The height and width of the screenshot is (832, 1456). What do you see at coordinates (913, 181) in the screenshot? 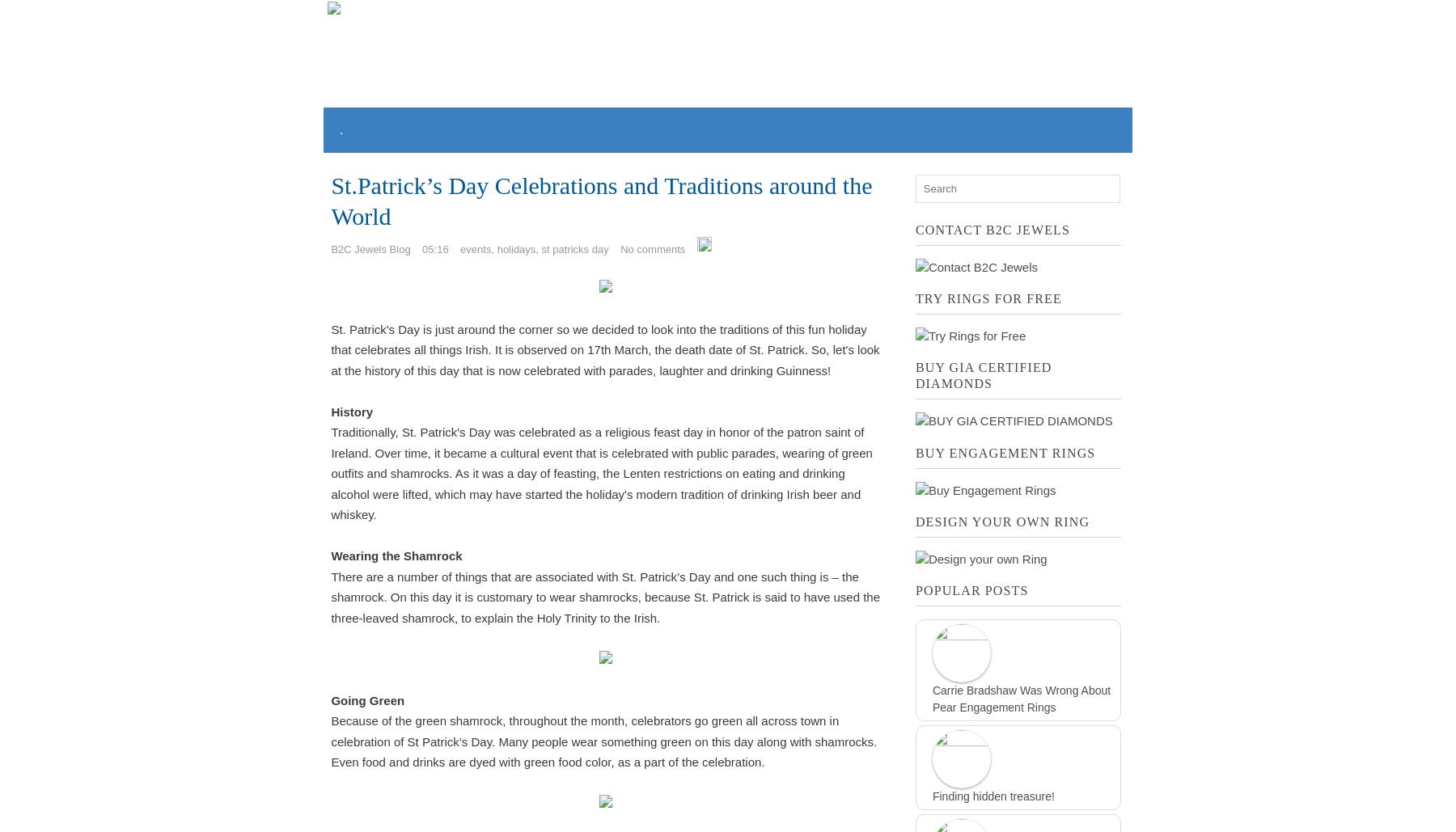
I see `'Search for:'` at bounding box center [913, 181].